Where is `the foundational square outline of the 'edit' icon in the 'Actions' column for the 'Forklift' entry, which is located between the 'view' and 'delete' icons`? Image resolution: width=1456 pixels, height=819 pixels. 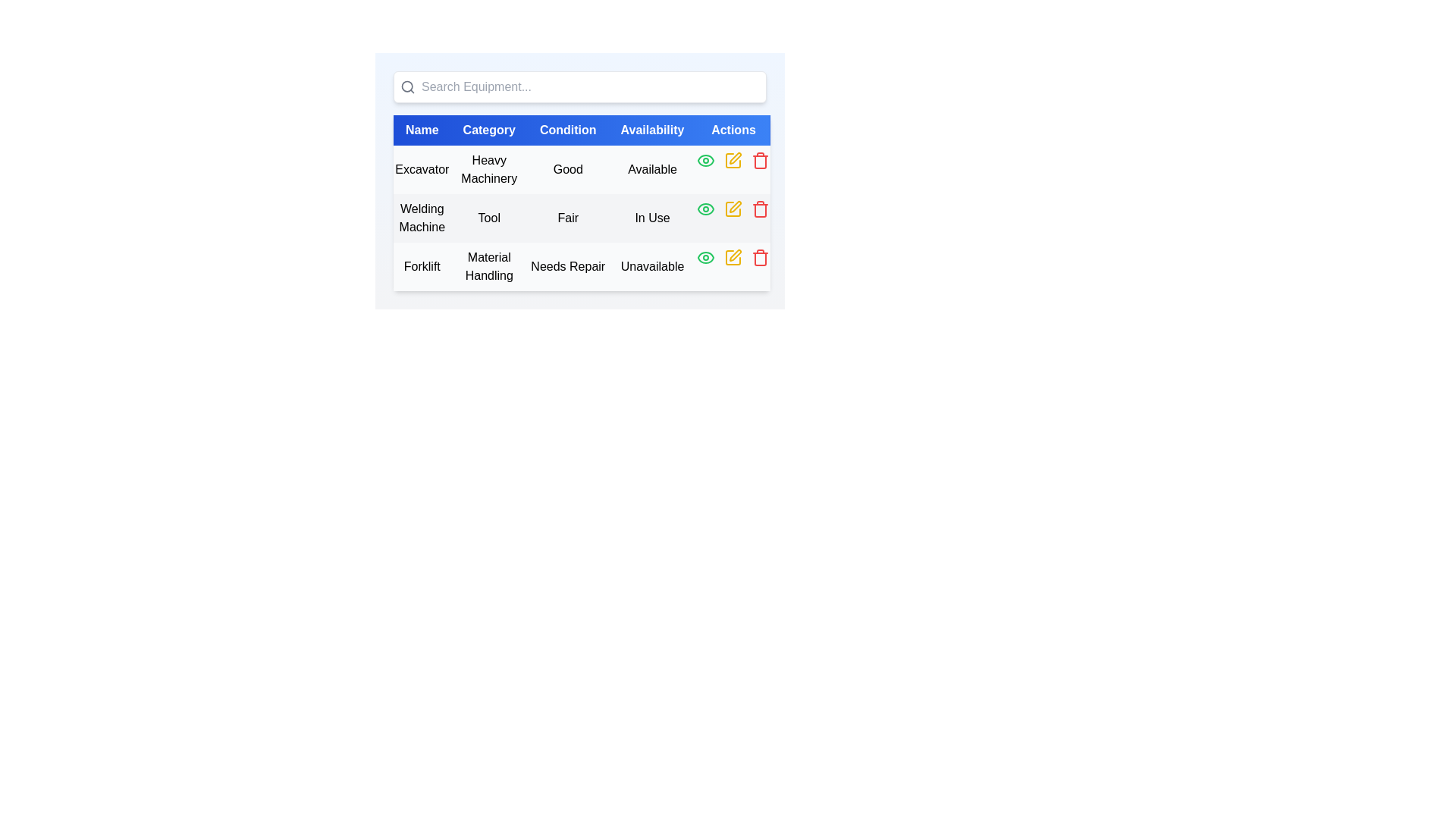
the foundational square outline of the 'edit' icon in the 'Actions' column for the 'Forklift' entry, which is located between the 'view' and 'delete' icons is located at coordinates (733, 256).